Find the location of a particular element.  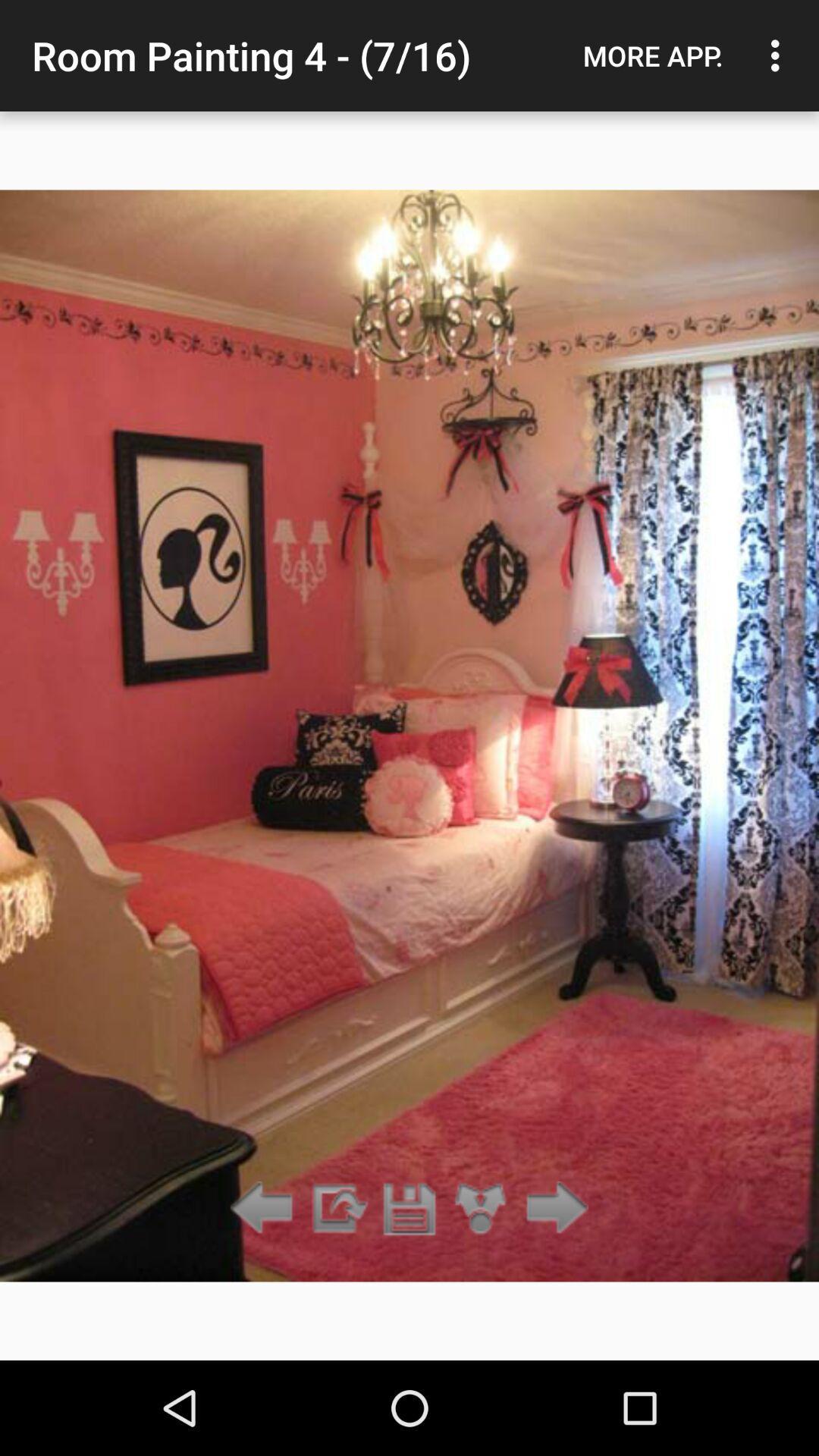

icon at the bottom right corner is located at coordinates (553, 1208).